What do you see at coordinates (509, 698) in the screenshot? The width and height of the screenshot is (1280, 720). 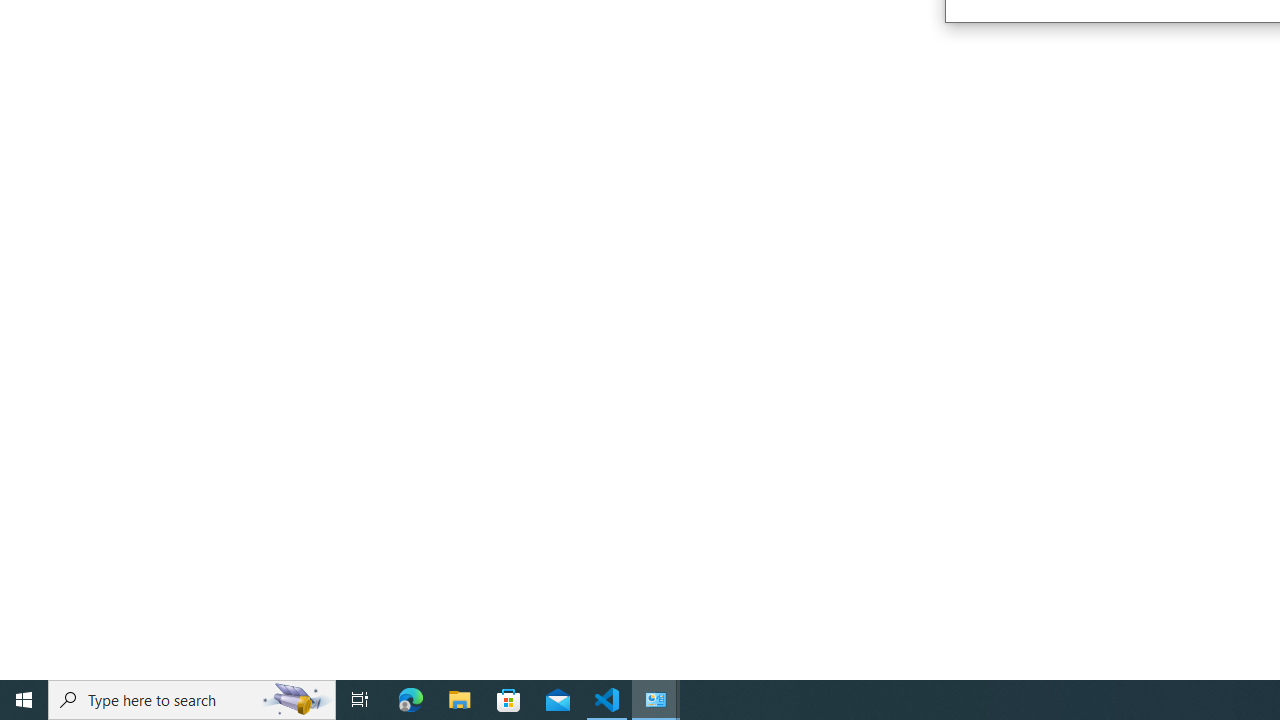 I see `'Microsoft Store'` at bounding box center [509, 698].